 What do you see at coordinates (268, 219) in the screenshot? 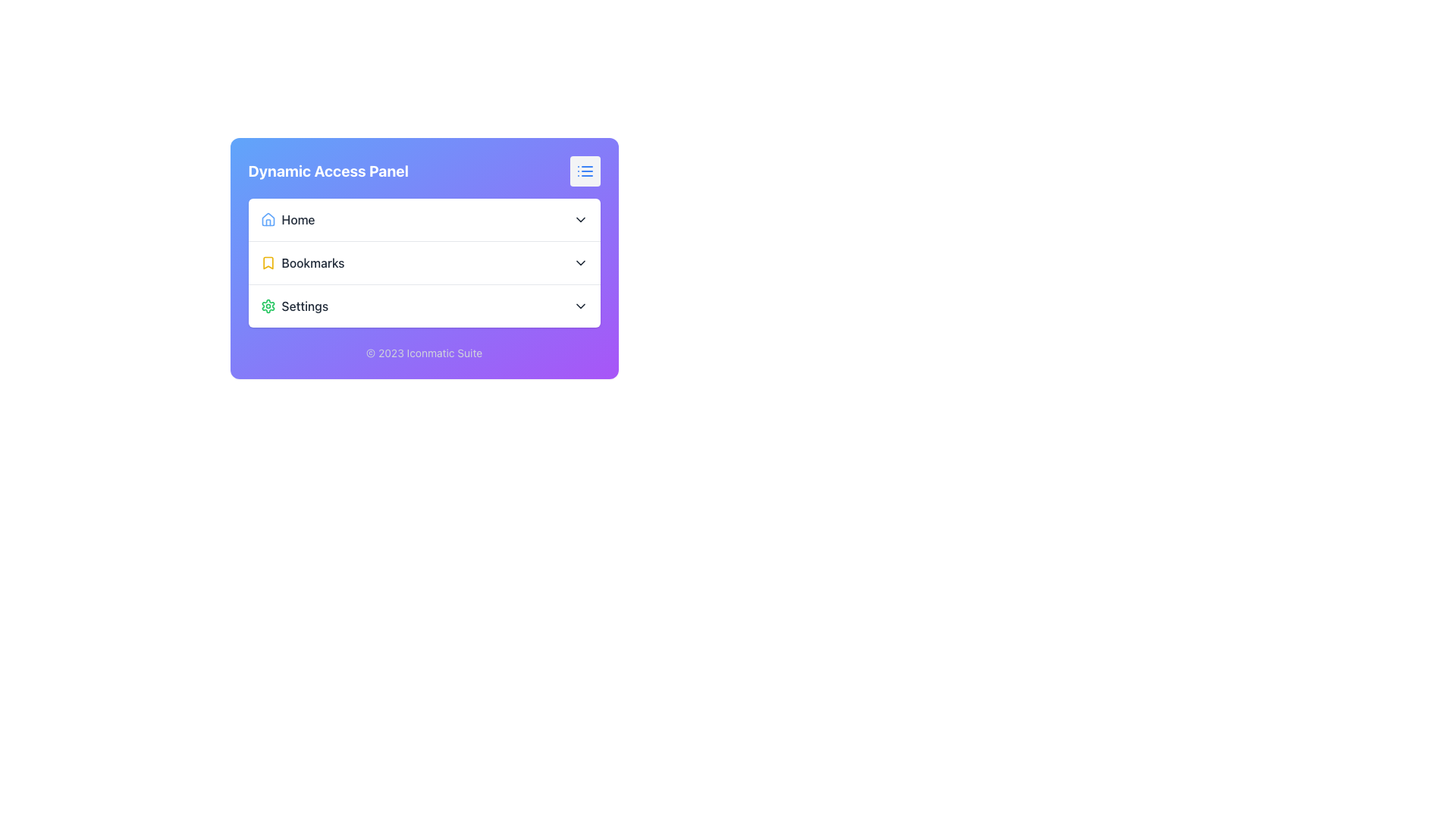
I see `the Home icon in the menu, which is located to the left of the 'Home' text and is the first element in the primary list of the menu` at bounding box center [268, 219].